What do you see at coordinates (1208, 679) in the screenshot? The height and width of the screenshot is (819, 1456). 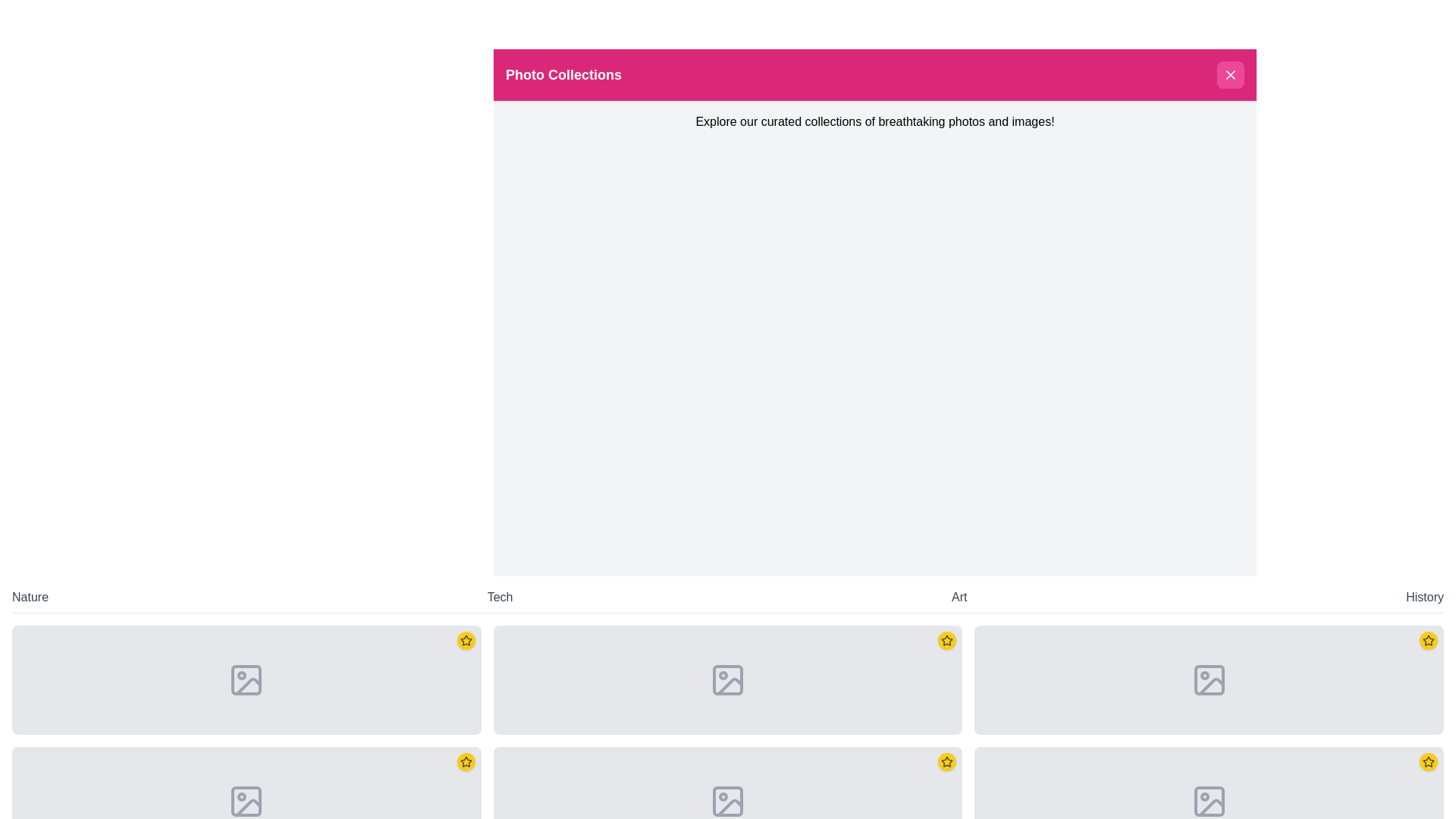 I see `the top-left rounded rectangle of the photo icon in the bottom row of the grid under the 'Art' category` at bounding box center [1208, 679].